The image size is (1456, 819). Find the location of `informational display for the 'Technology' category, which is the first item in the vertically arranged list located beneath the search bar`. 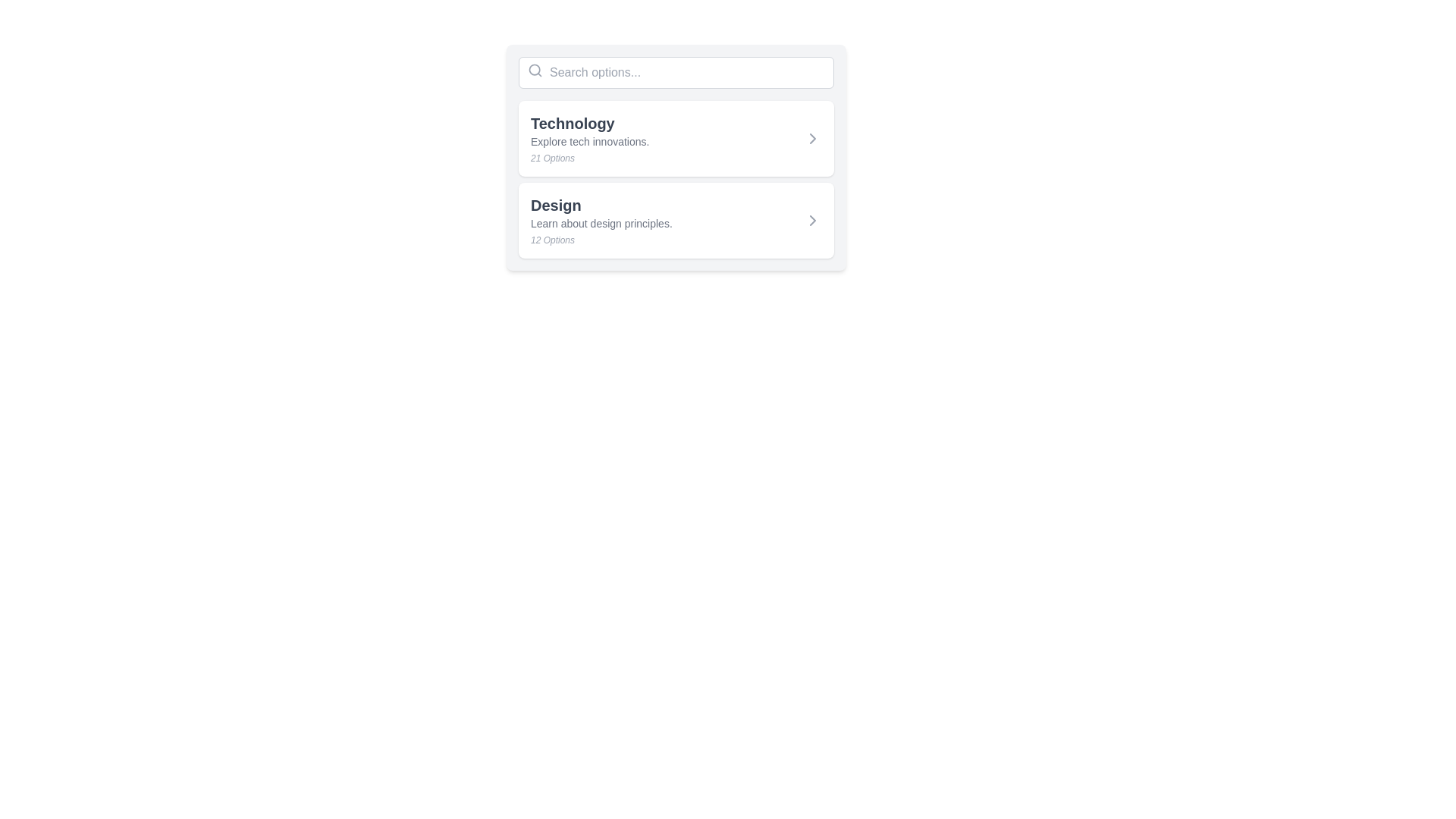

informational display for the 'Technology' category, which is the first item in the vertically arranged list located beneath the search bar is located at coordinates (589, 138).